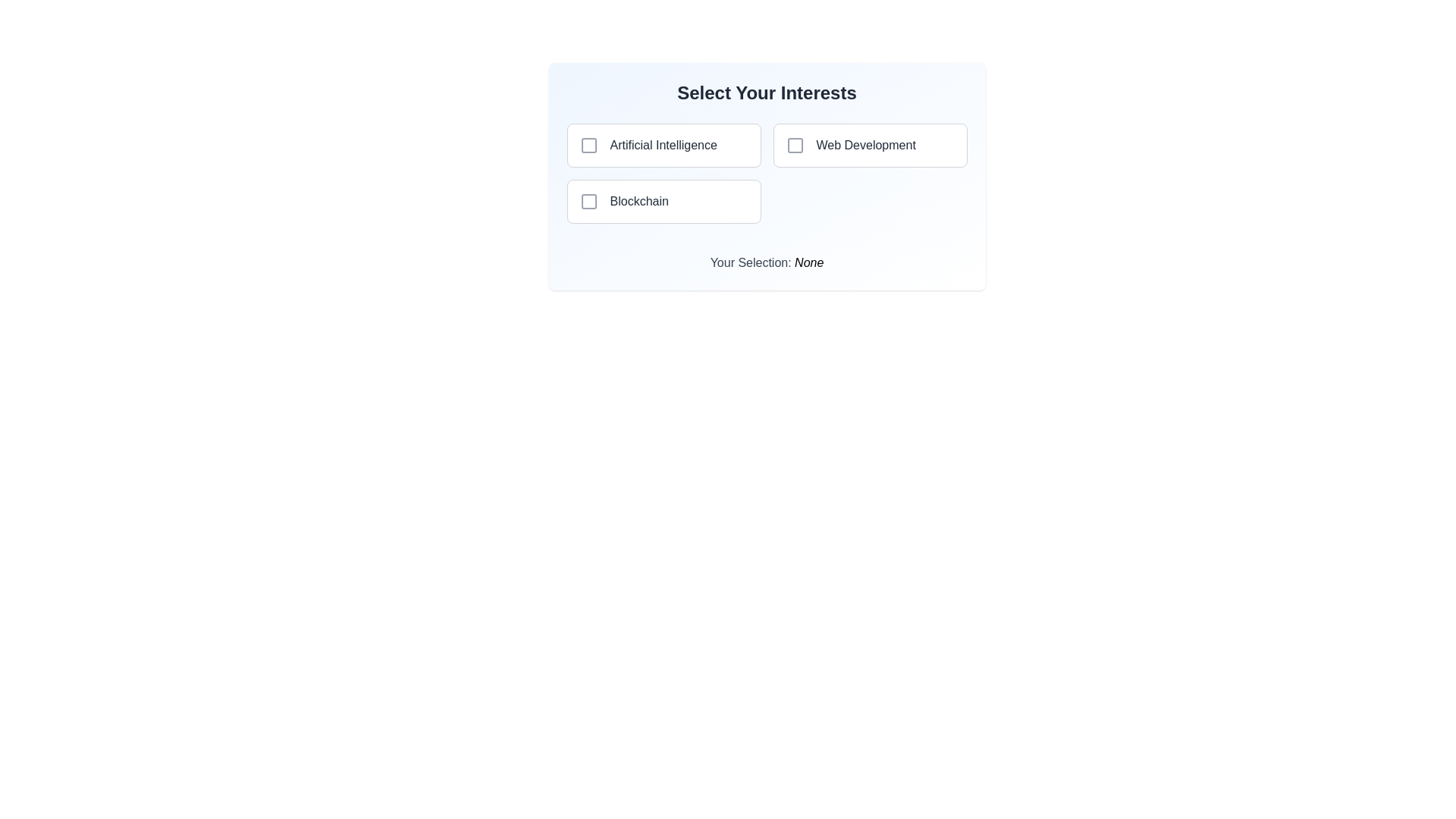 The height and width of the screenshot is (819, 1456). I want to click on the checkbox icon located to the left of the 'Web Development' label, so click(794, 146).